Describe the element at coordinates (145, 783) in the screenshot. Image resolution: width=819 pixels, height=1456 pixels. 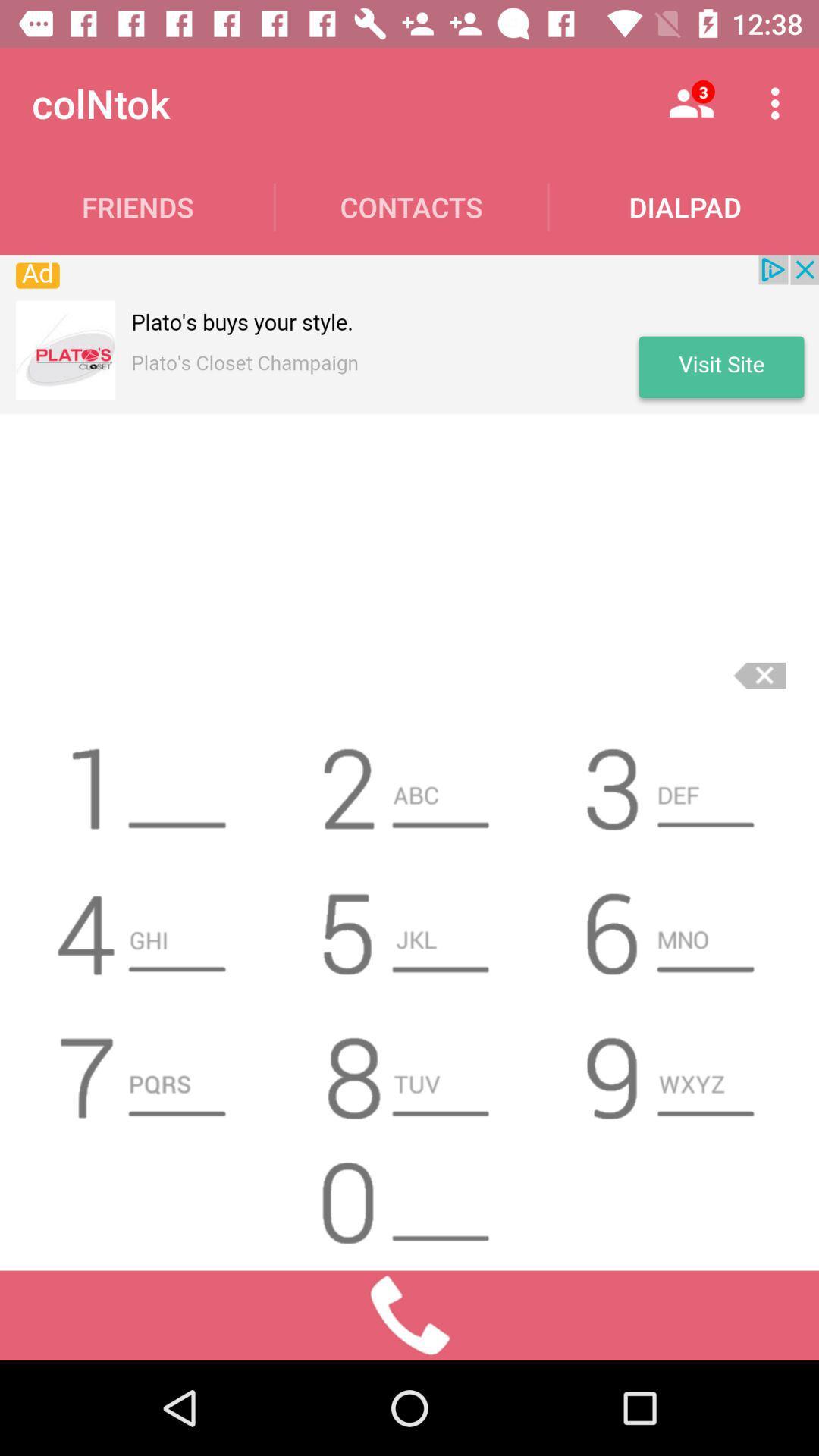
I see `the book icon` at that location.